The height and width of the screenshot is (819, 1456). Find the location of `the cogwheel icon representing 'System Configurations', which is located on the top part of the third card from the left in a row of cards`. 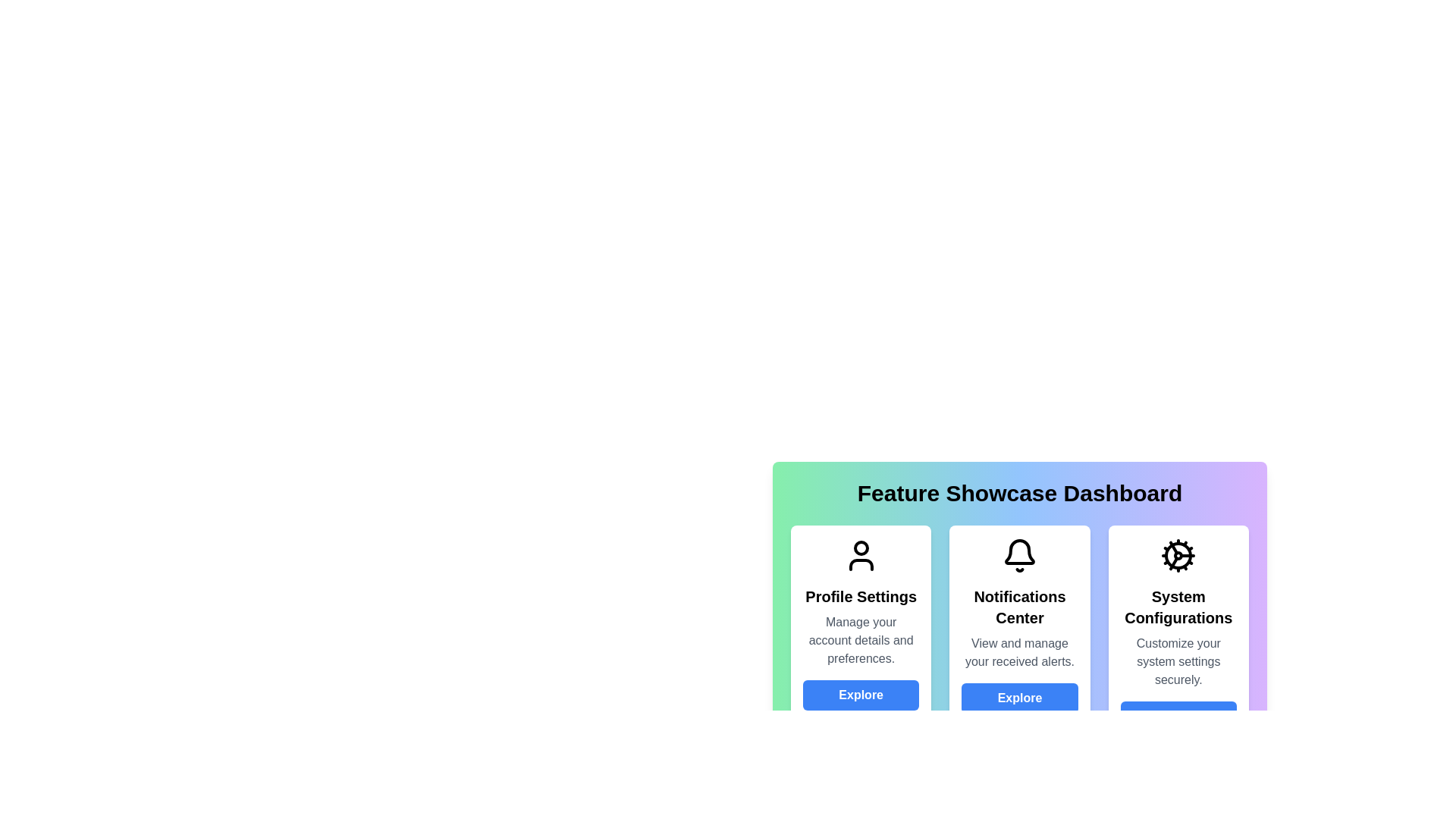

the cogwheel icon representing 'System Configurations', which is located on the top part of the third card from the left in a row of cards is located at coordinates (1178, 555).